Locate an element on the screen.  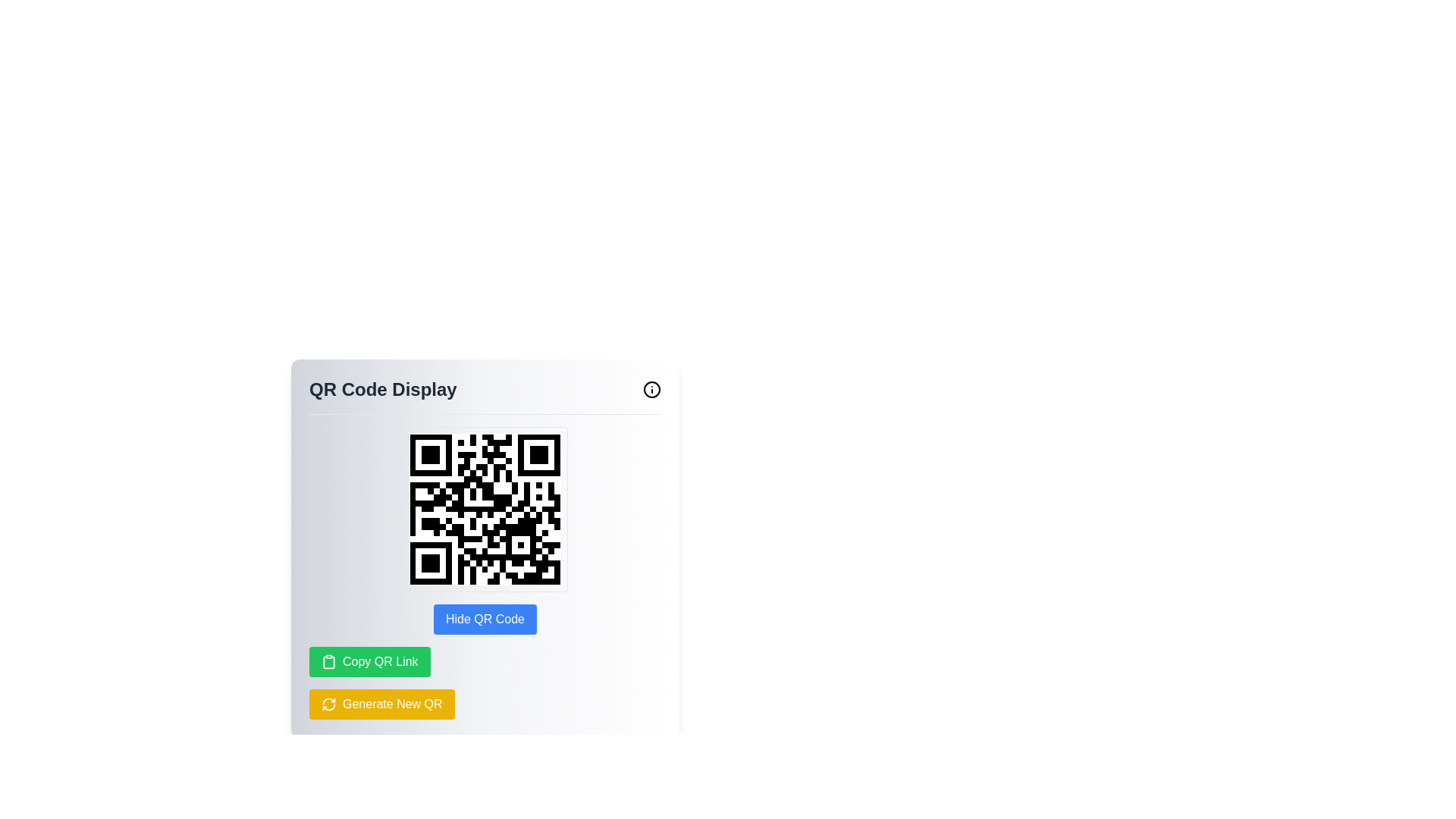
the header labeled 'QR Code Display' for accessibility by moving the cursor to its center point is located at coordinates (484, 394).